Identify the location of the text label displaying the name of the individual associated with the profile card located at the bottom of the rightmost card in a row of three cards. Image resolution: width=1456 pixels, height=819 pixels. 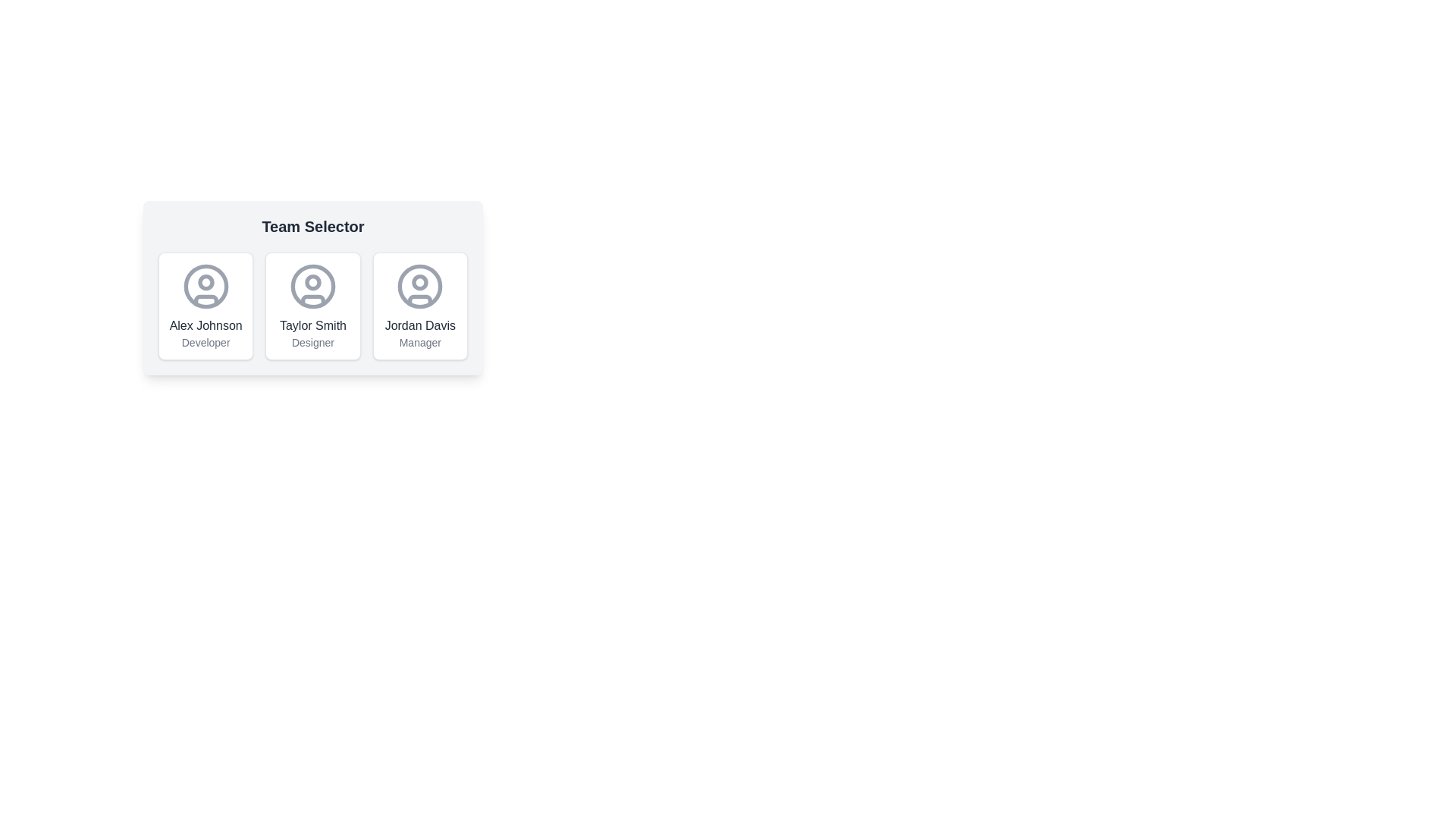
(420, 325).